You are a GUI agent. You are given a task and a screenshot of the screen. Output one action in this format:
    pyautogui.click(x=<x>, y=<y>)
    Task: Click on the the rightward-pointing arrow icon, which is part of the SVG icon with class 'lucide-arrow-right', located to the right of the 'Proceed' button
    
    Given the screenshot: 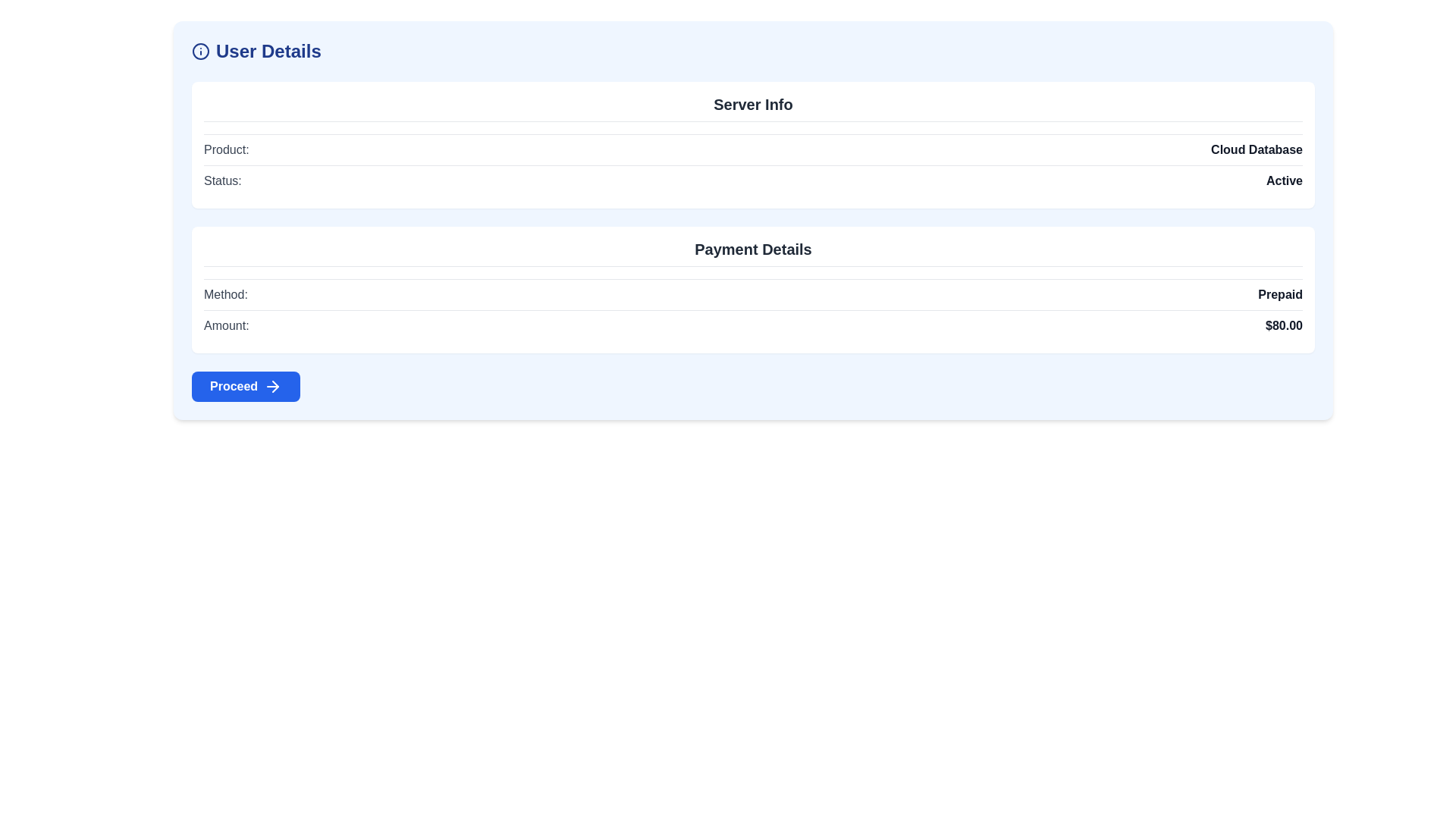 What is the action you would take?
    pyautogui.click(x=275, y=385)
    